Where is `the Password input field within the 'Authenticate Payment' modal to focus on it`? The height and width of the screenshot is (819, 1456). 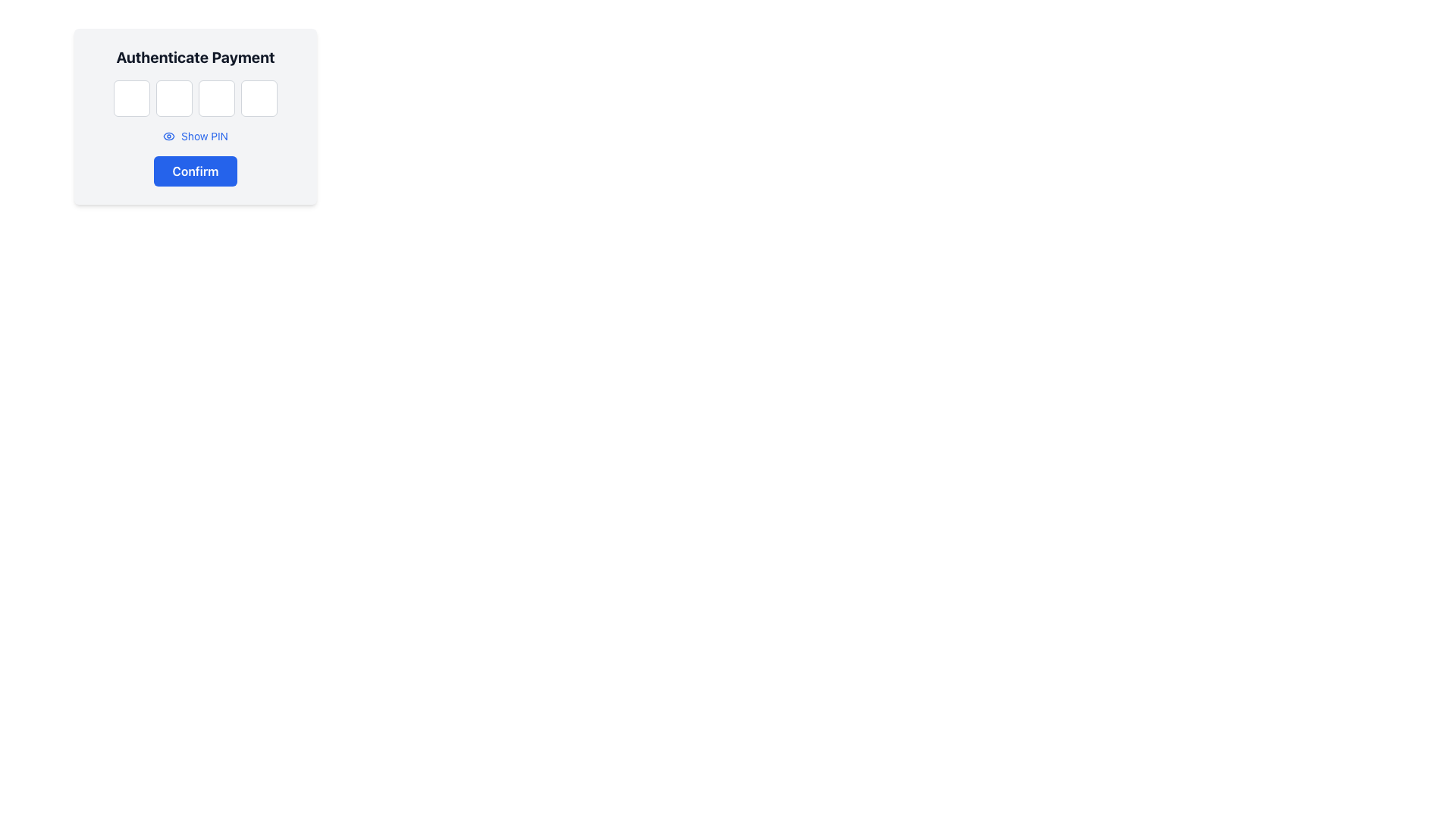
the Password input field within the 'Authenticate Payment' modal to focus on it is located at coordinates (216, 99).